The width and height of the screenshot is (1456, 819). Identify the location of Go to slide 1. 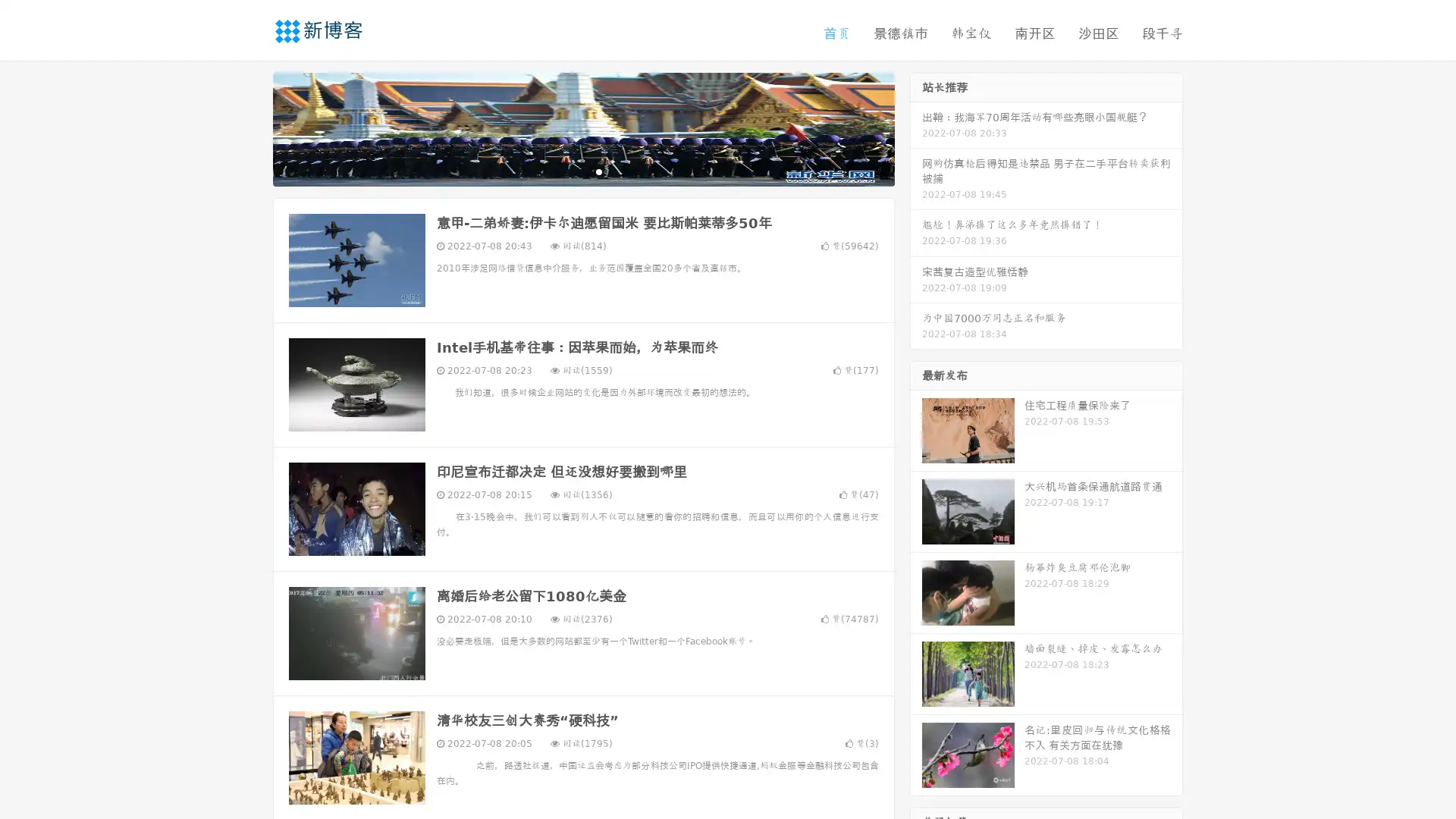
(567, 171).